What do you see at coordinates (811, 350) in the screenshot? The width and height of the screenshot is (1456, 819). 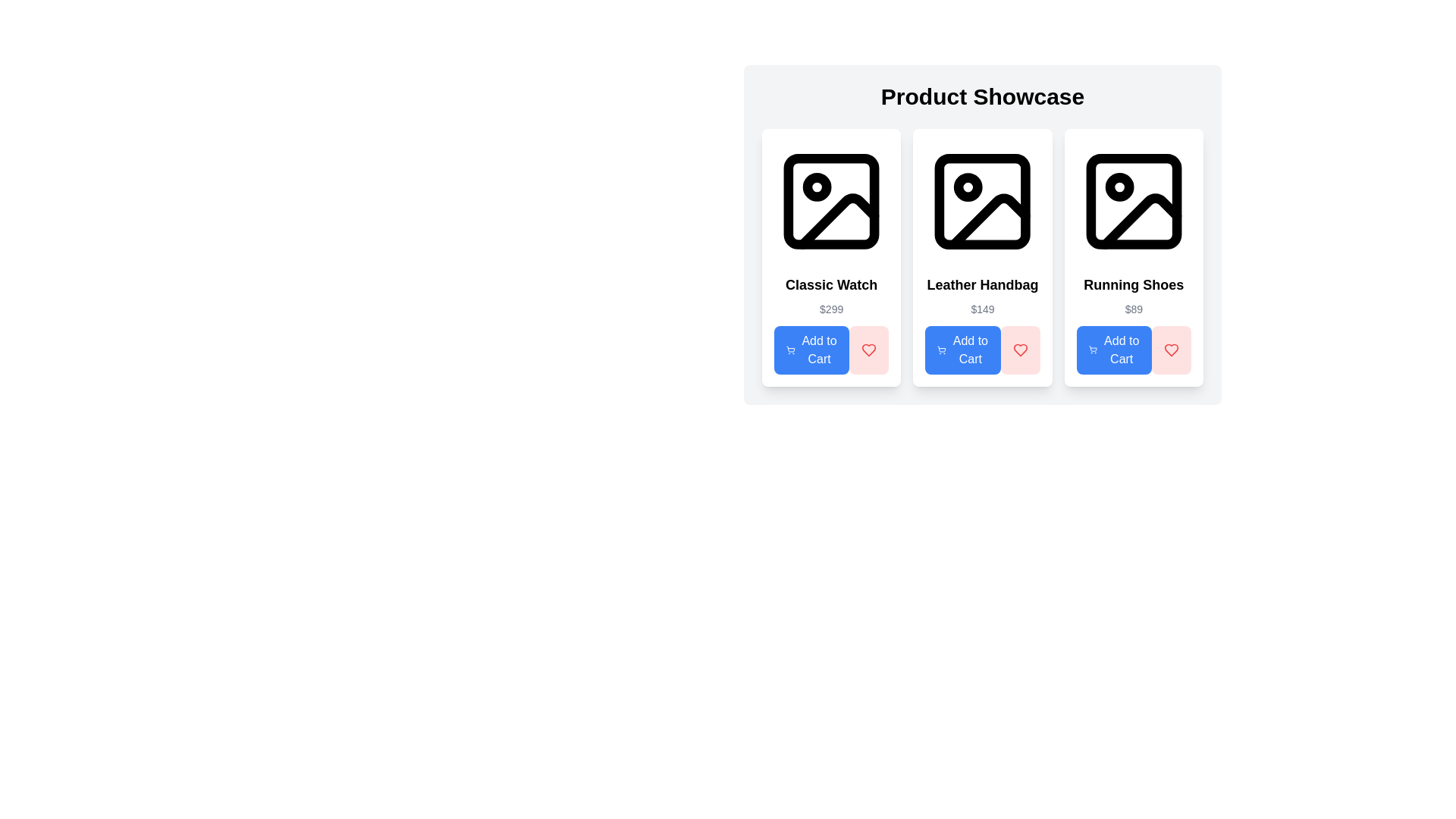 I see `the 'Add to Cart' button located below the item description and price of the first item (Classic Watch) in the product showcase grid` at bounding box center [811, 350].